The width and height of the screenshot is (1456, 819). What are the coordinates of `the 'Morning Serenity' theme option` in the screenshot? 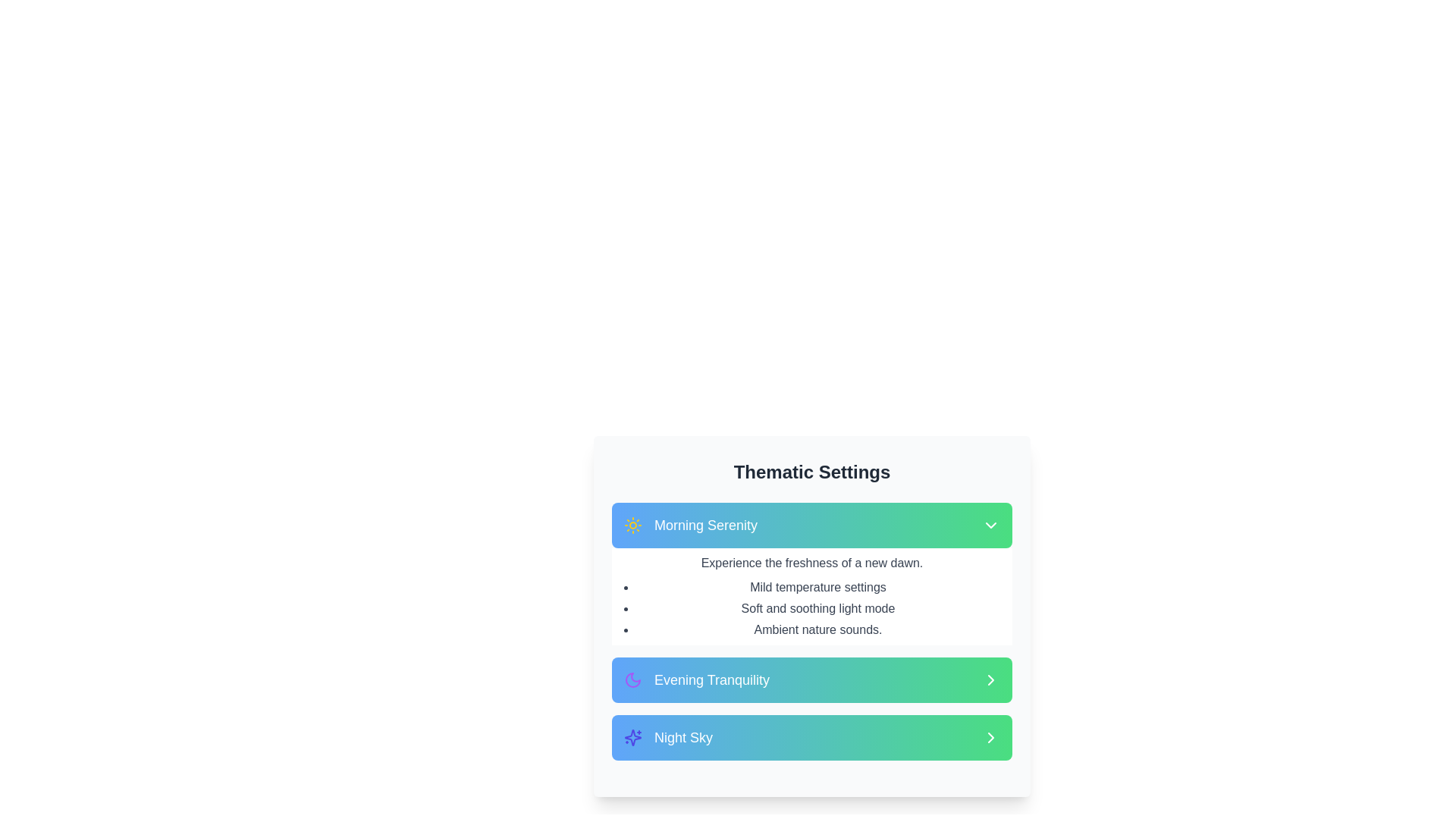 It's located at (690, 525).